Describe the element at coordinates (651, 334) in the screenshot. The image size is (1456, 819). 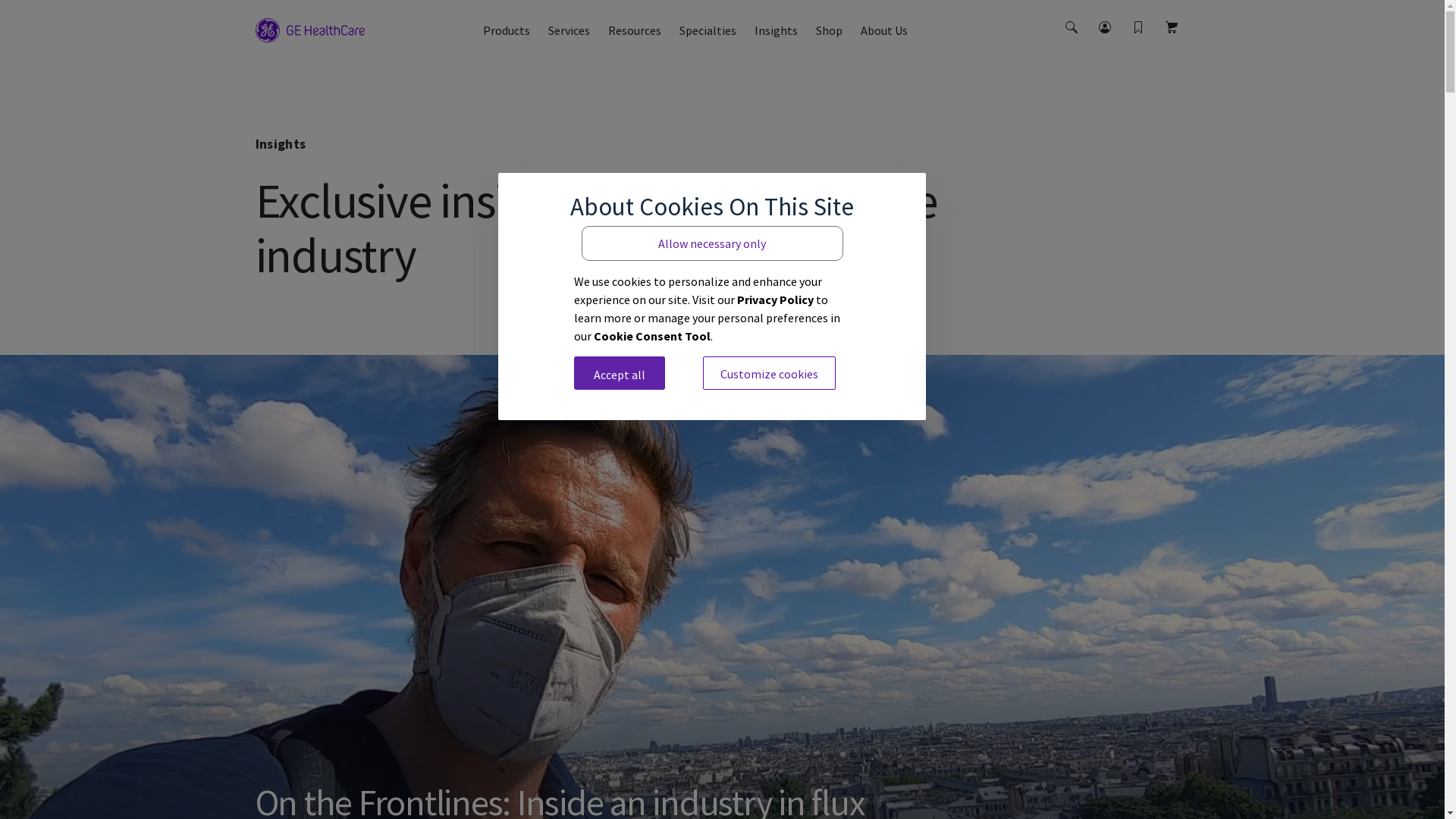
I see `'Cookie Consent Tool'` at that location.